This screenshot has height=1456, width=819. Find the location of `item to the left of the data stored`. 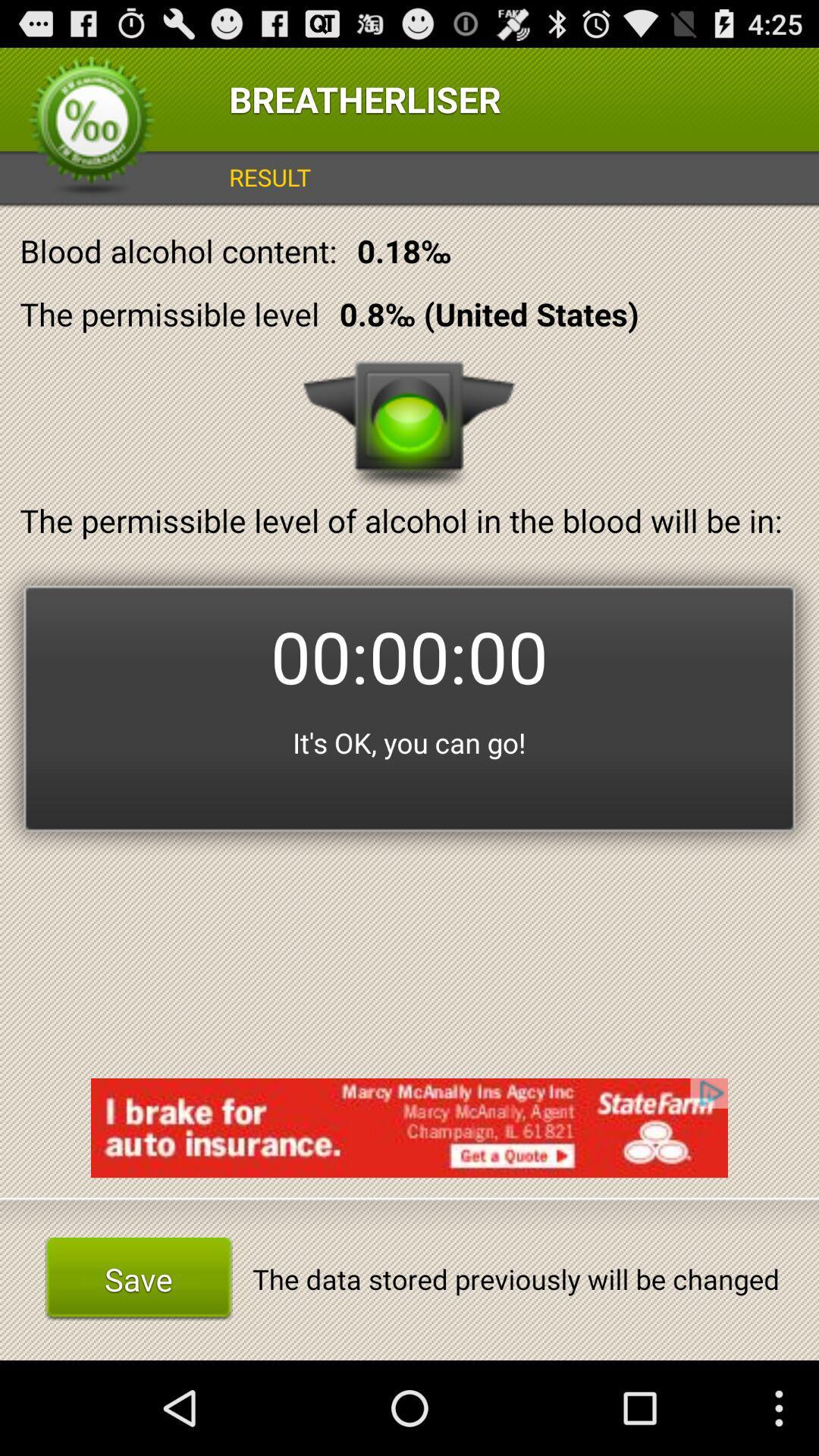

item to the left of the data stored is located at coordinates (138, 1278).